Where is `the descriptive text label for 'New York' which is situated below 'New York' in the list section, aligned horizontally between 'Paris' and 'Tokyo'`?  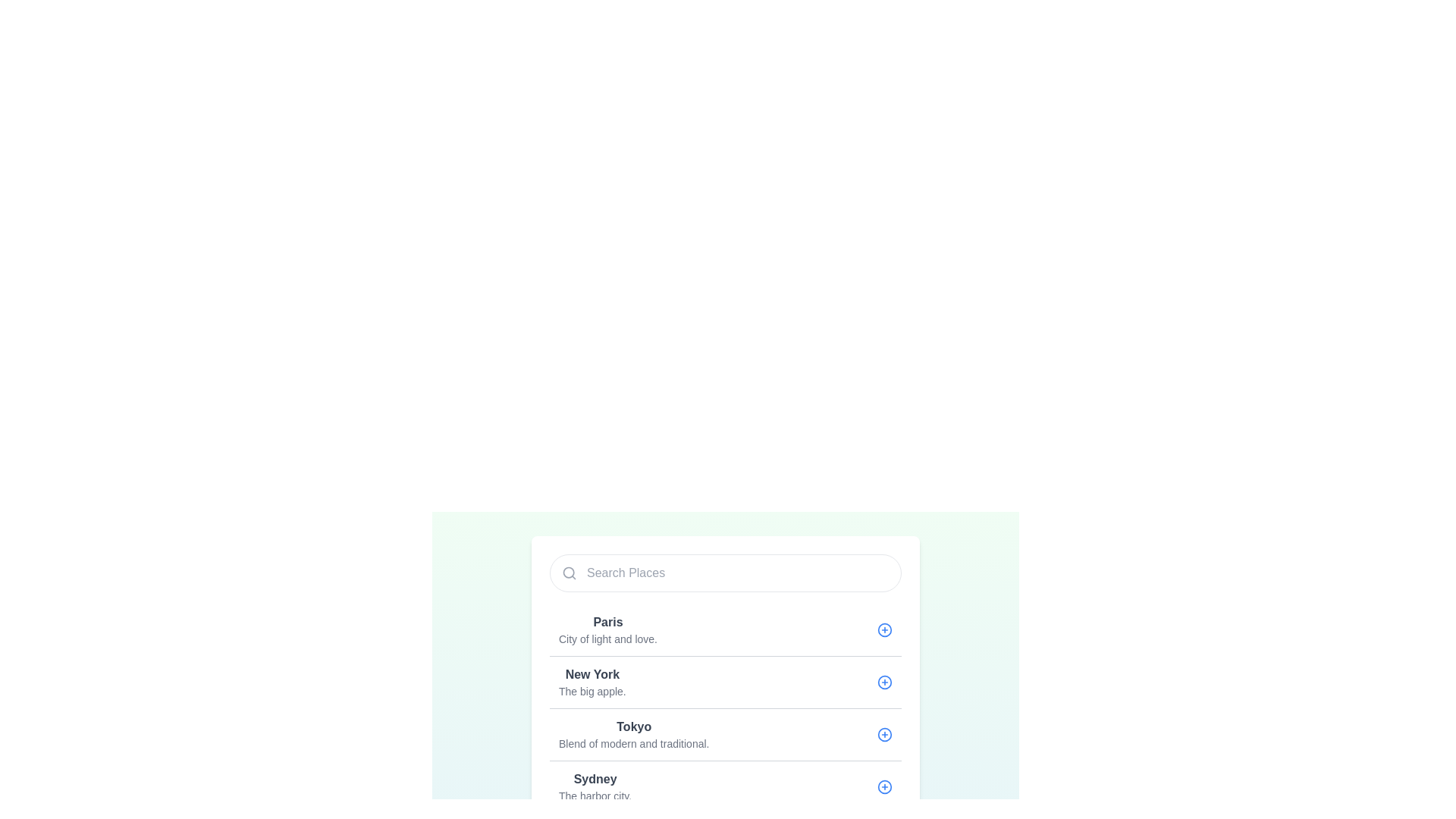
the descriptive text label for 'New York' which is situated below 'New York' in the list section, aligned horizontally between 'Paris' and 'Tokyo' is located at coordinates (591, 691).